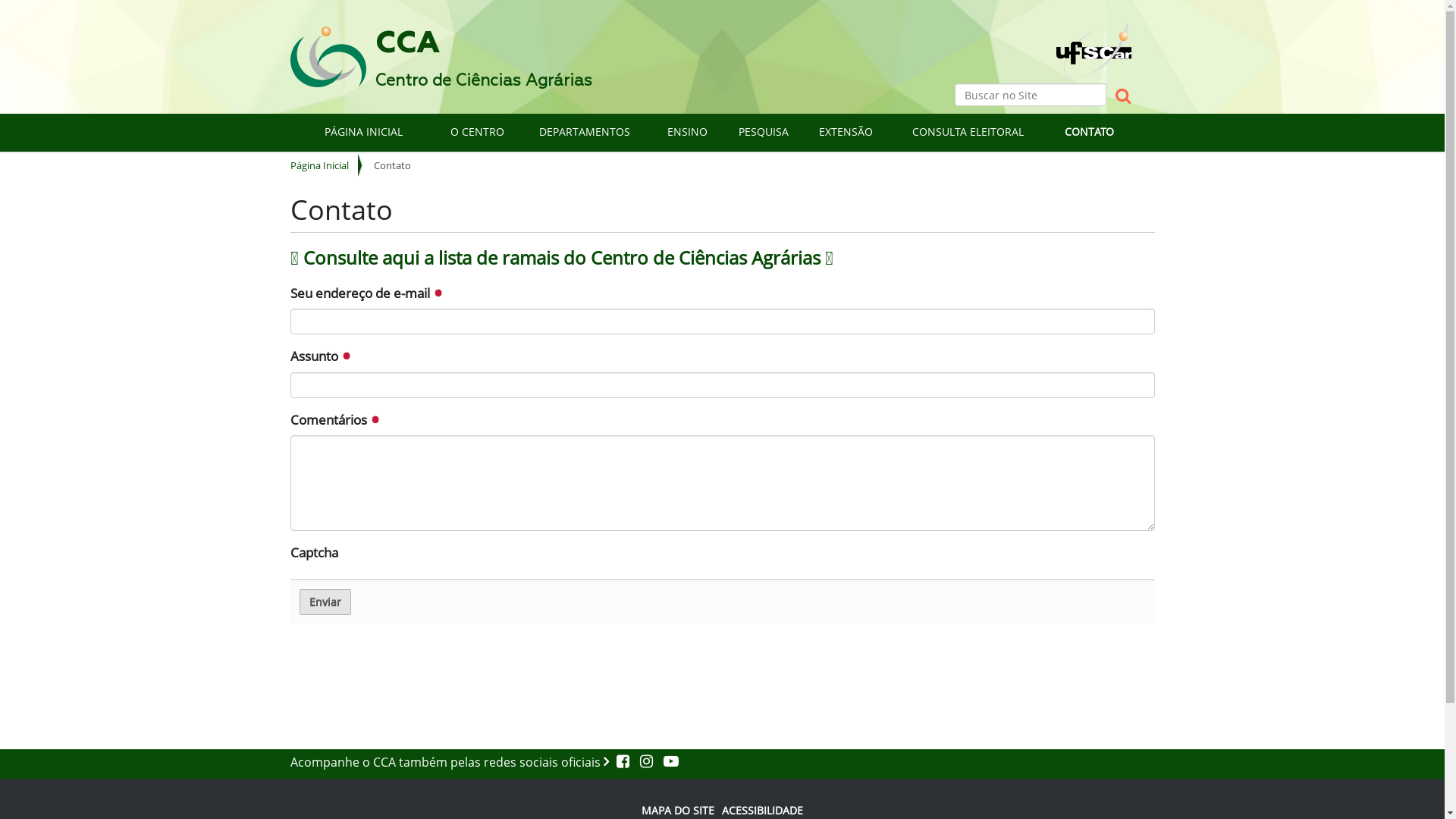  Describe the element at coordinates (651, 130) in the screenshot. I see `'ENSINO'` at that location.